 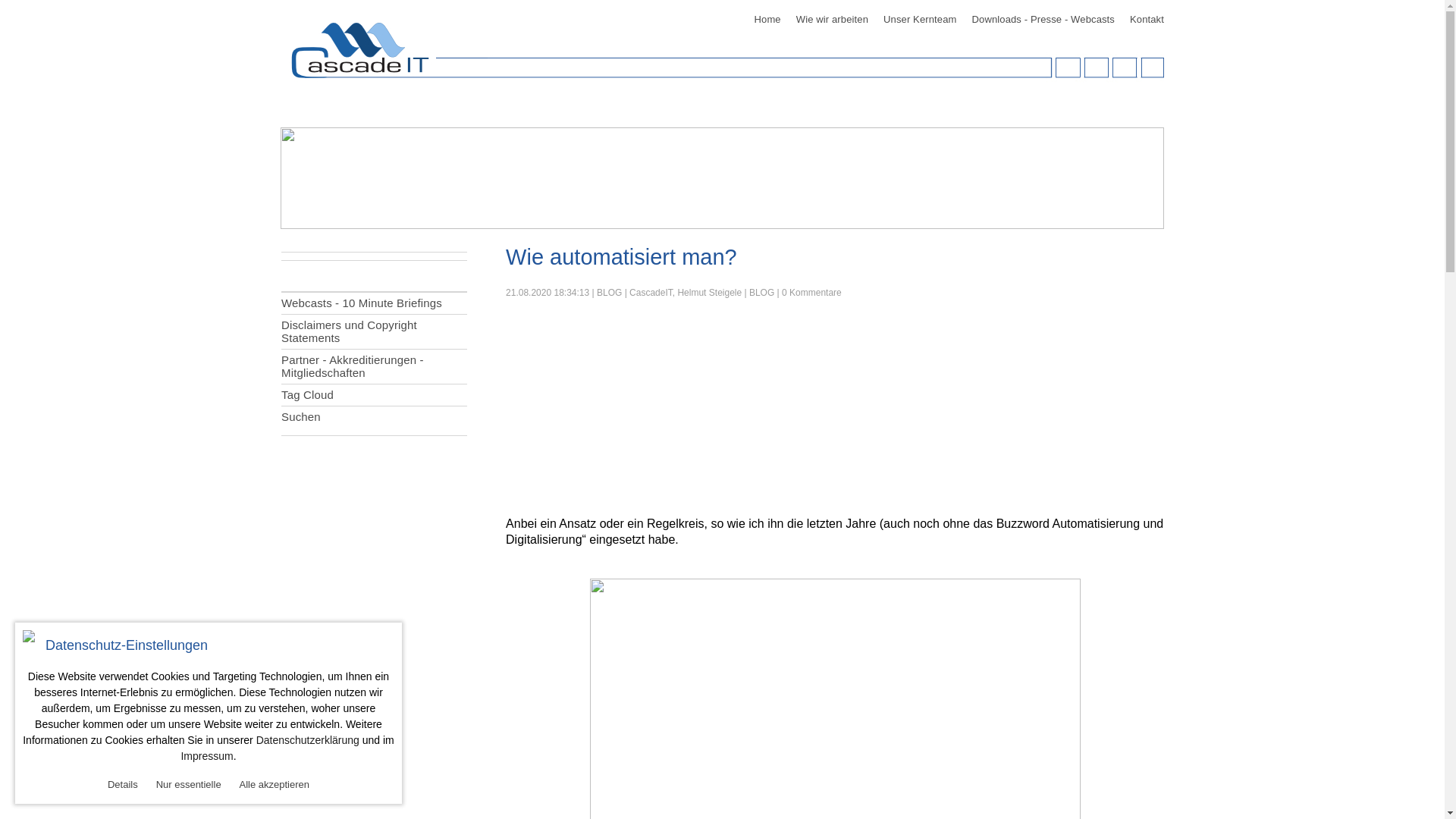 What do you see at coordinates (767, 20) in the screenshot?
I see `'Home'` at bounding box center [767, 20].